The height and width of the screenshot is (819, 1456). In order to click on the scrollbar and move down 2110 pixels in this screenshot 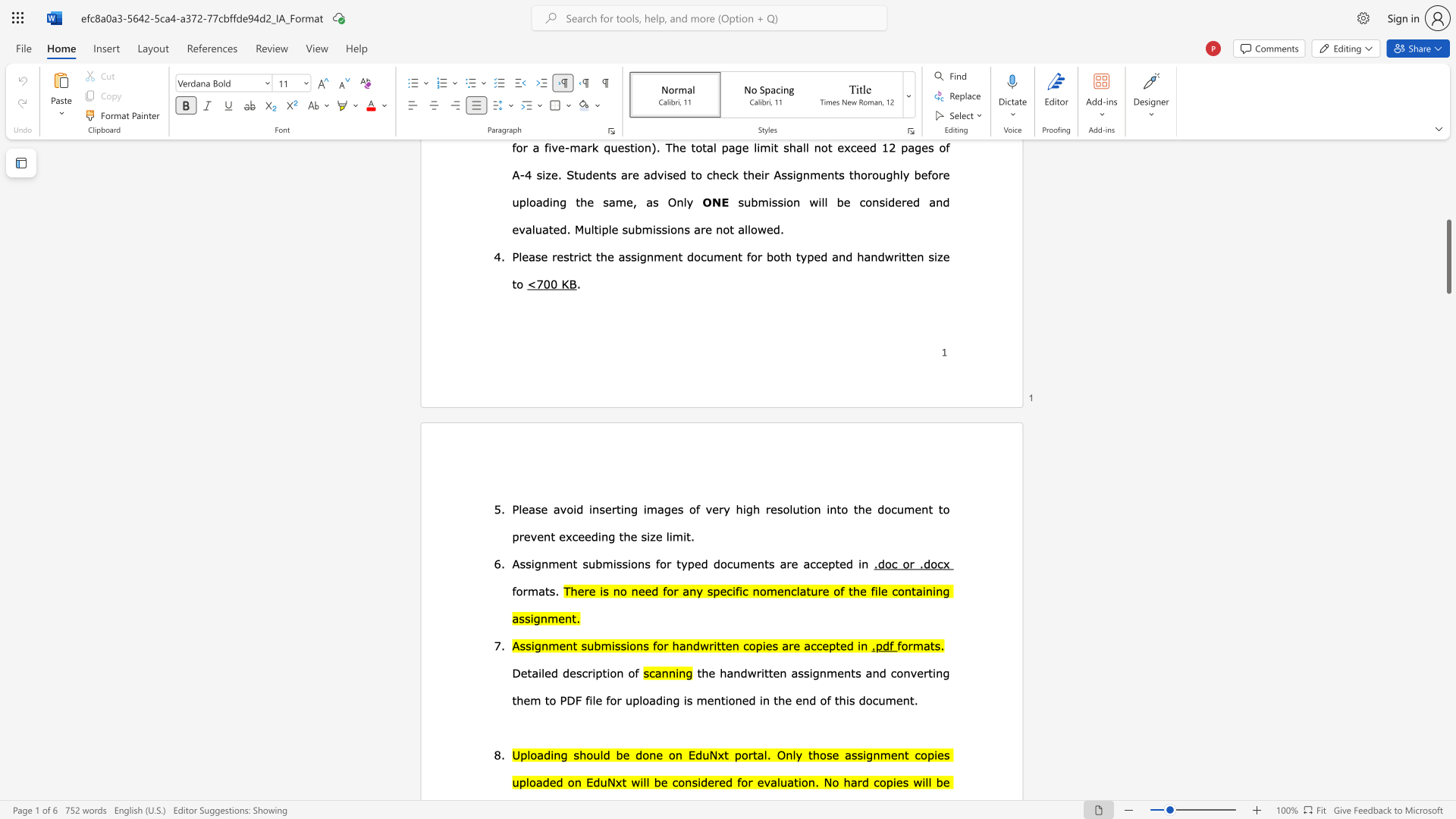, I will do `click(1448, 256)`.